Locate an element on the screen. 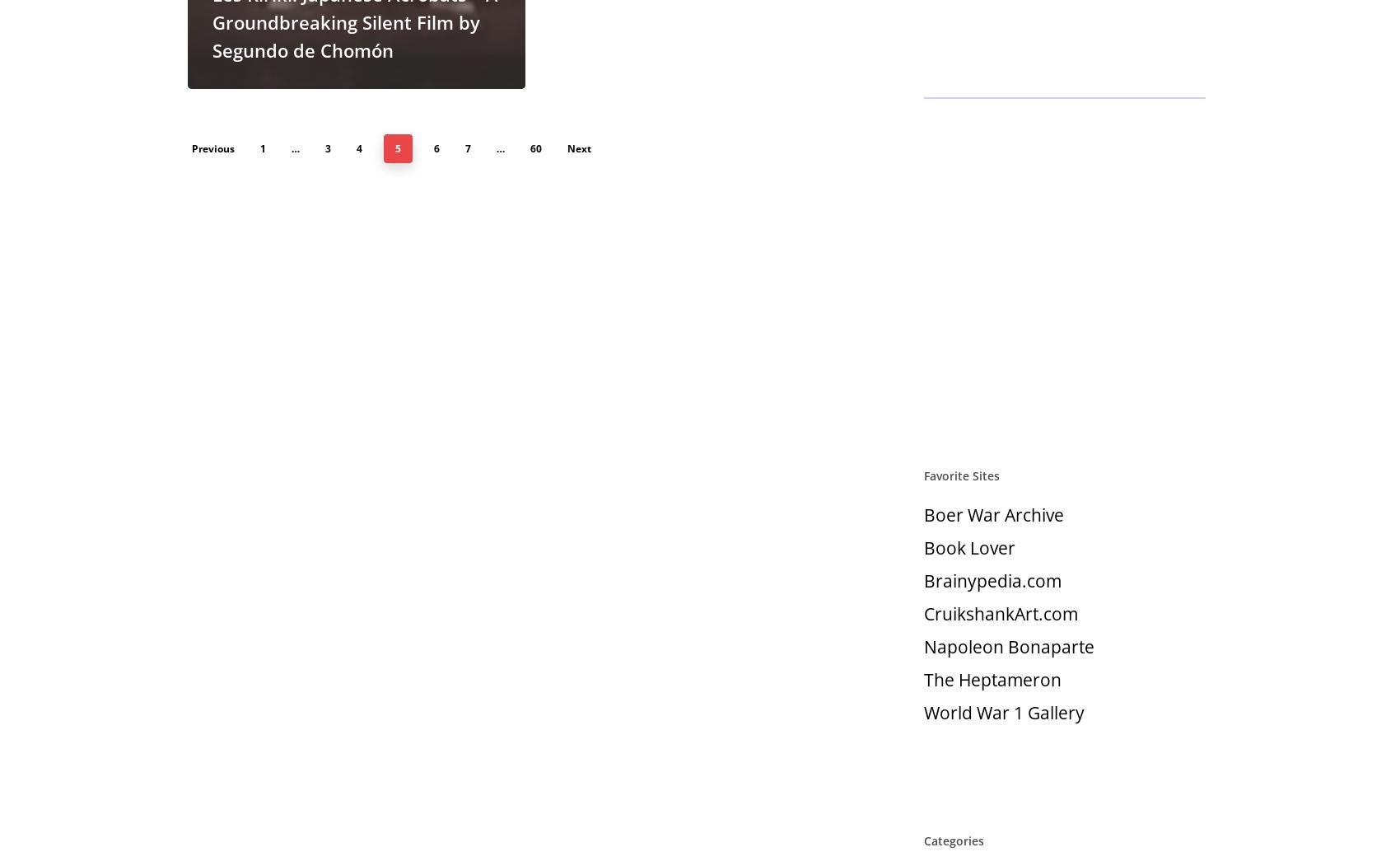 The height and width of the screenshot is (852, 1400). '4' is located at coordinates (358, 148).